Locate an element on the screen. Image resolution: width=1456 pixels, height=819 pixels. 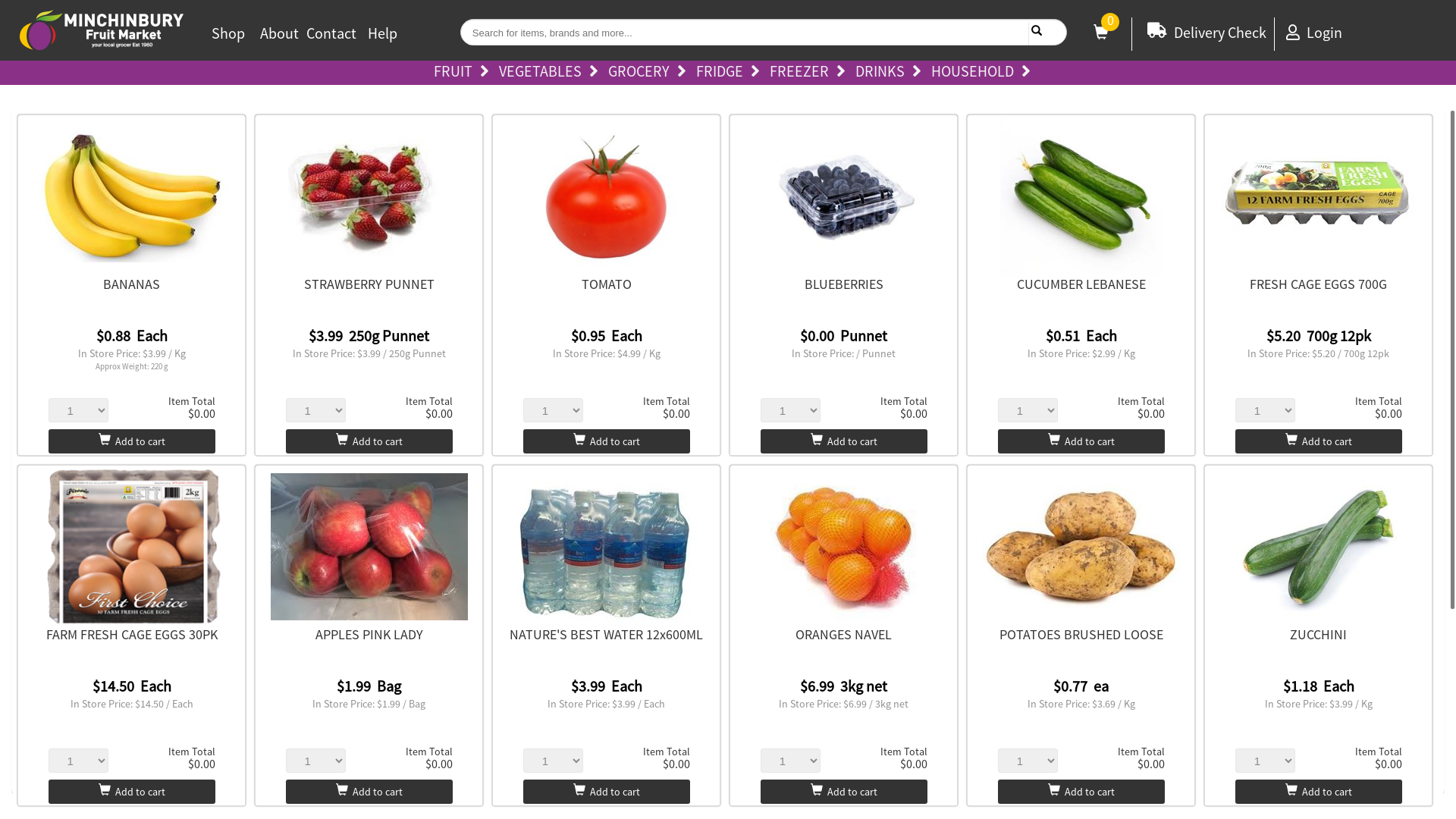
'Show details for FARM FRESH CAGE EGGS 30PK' is located at coordinates (131, 547).